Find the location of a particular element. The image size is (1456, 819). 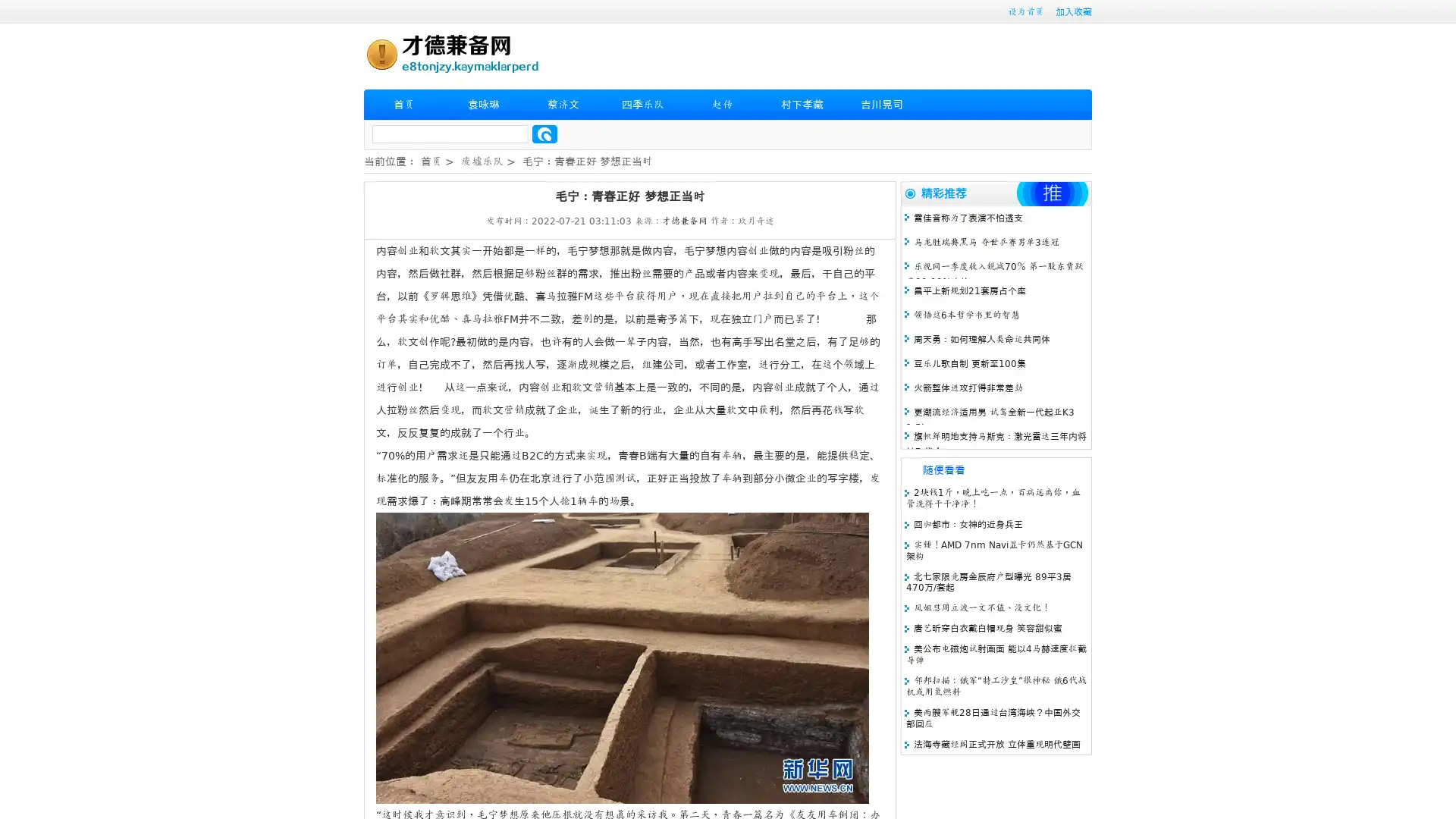

Search is located at coordinates (544, 133).